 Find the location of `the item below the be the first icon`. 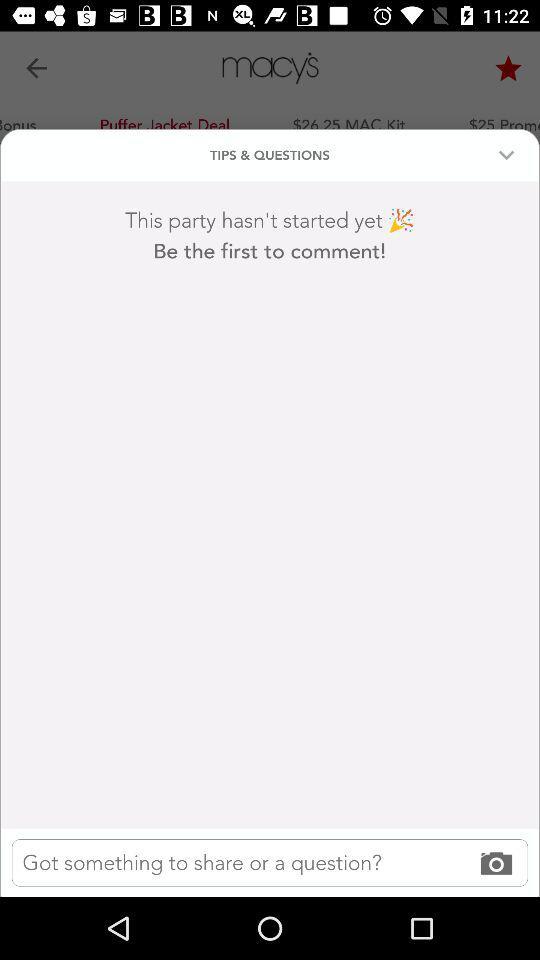

the item below the be the first icon is located at coordinates (270, 861).